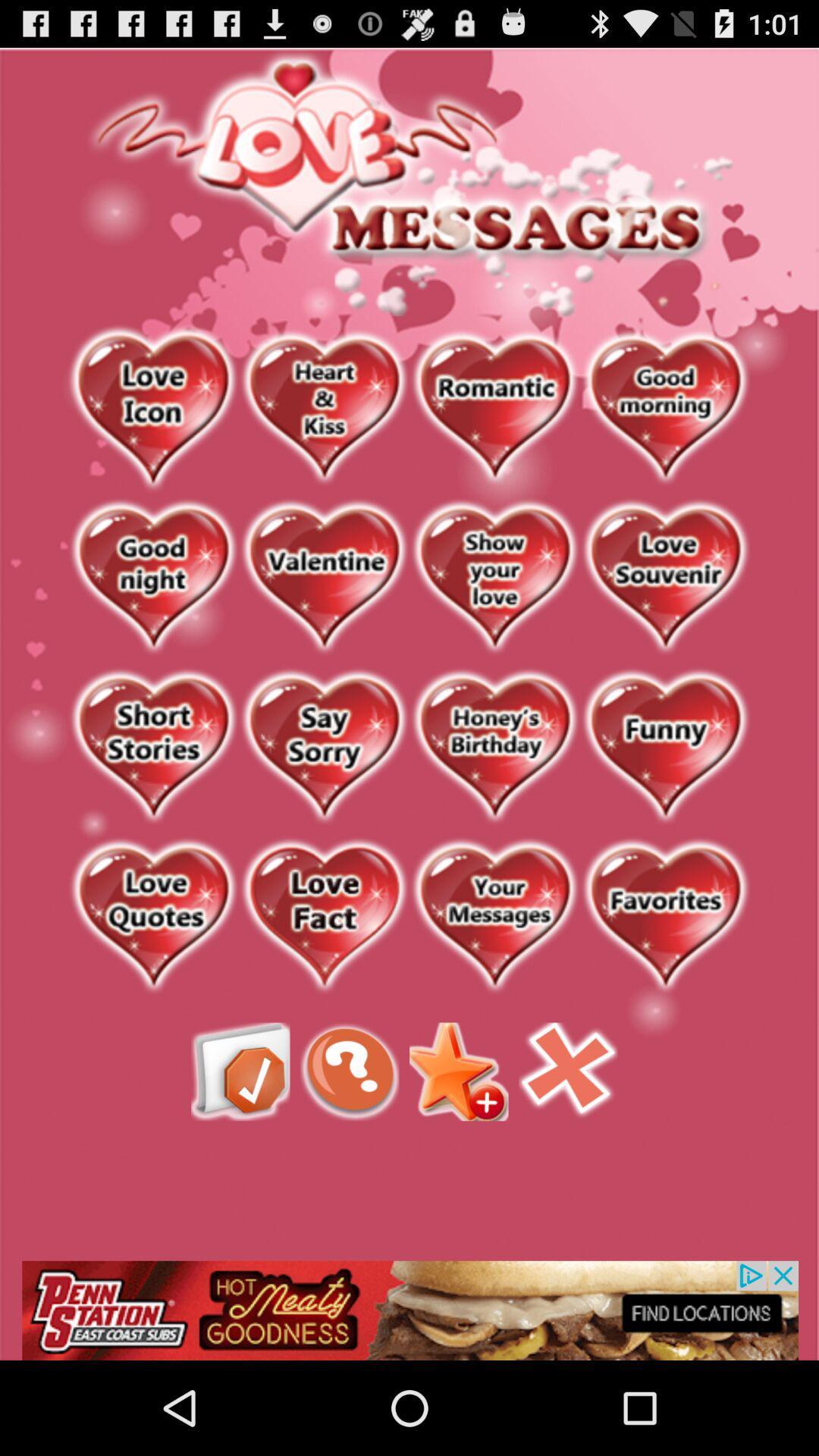  Describe the element at coordinates (409, 1310) in the screenshot. I see `open penn station advertisement` at that location.